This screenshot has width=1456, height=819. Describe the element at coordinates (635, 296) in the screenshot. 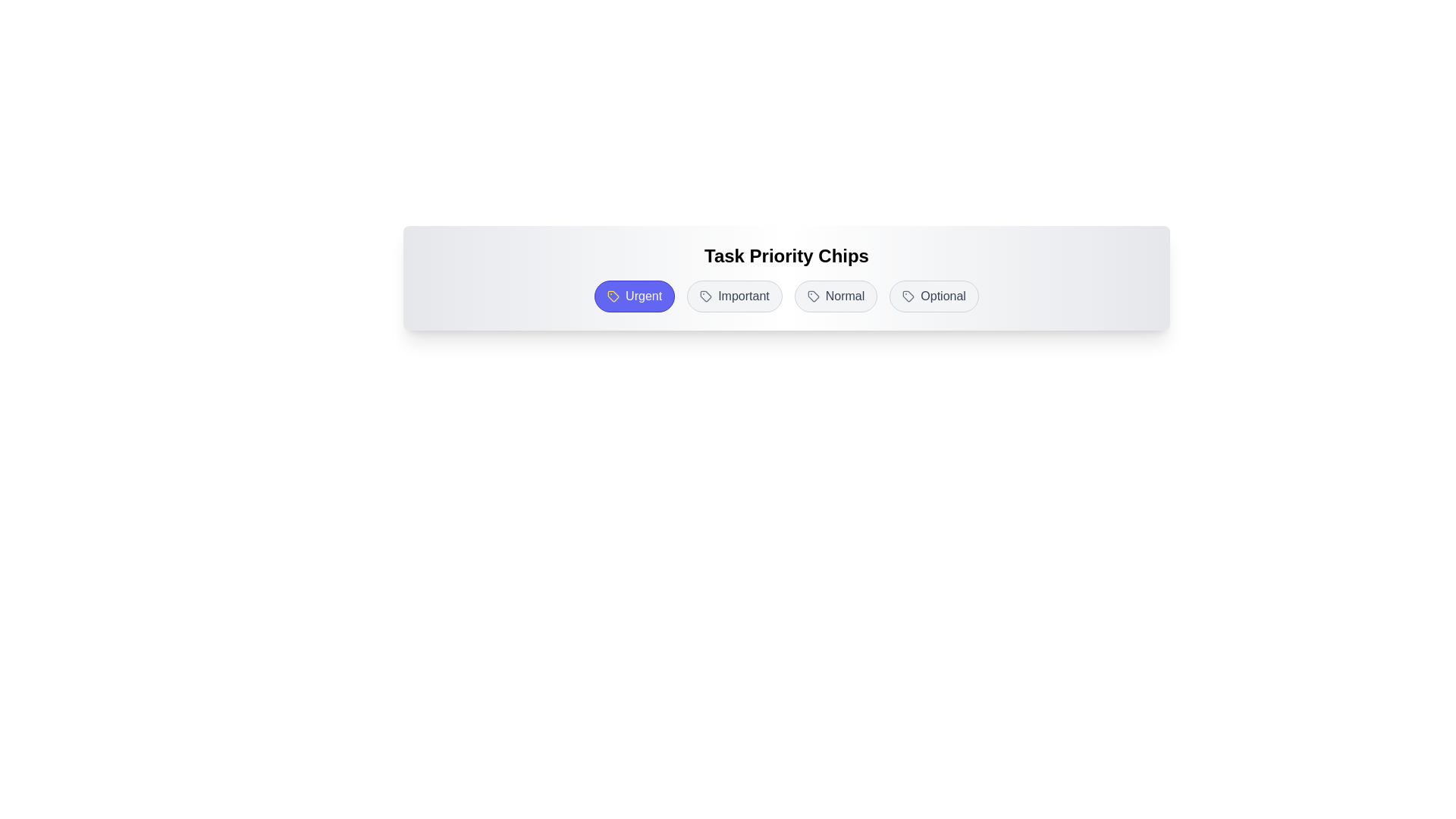

I see `the chip labeled Urgent to toggle its state` at that location.